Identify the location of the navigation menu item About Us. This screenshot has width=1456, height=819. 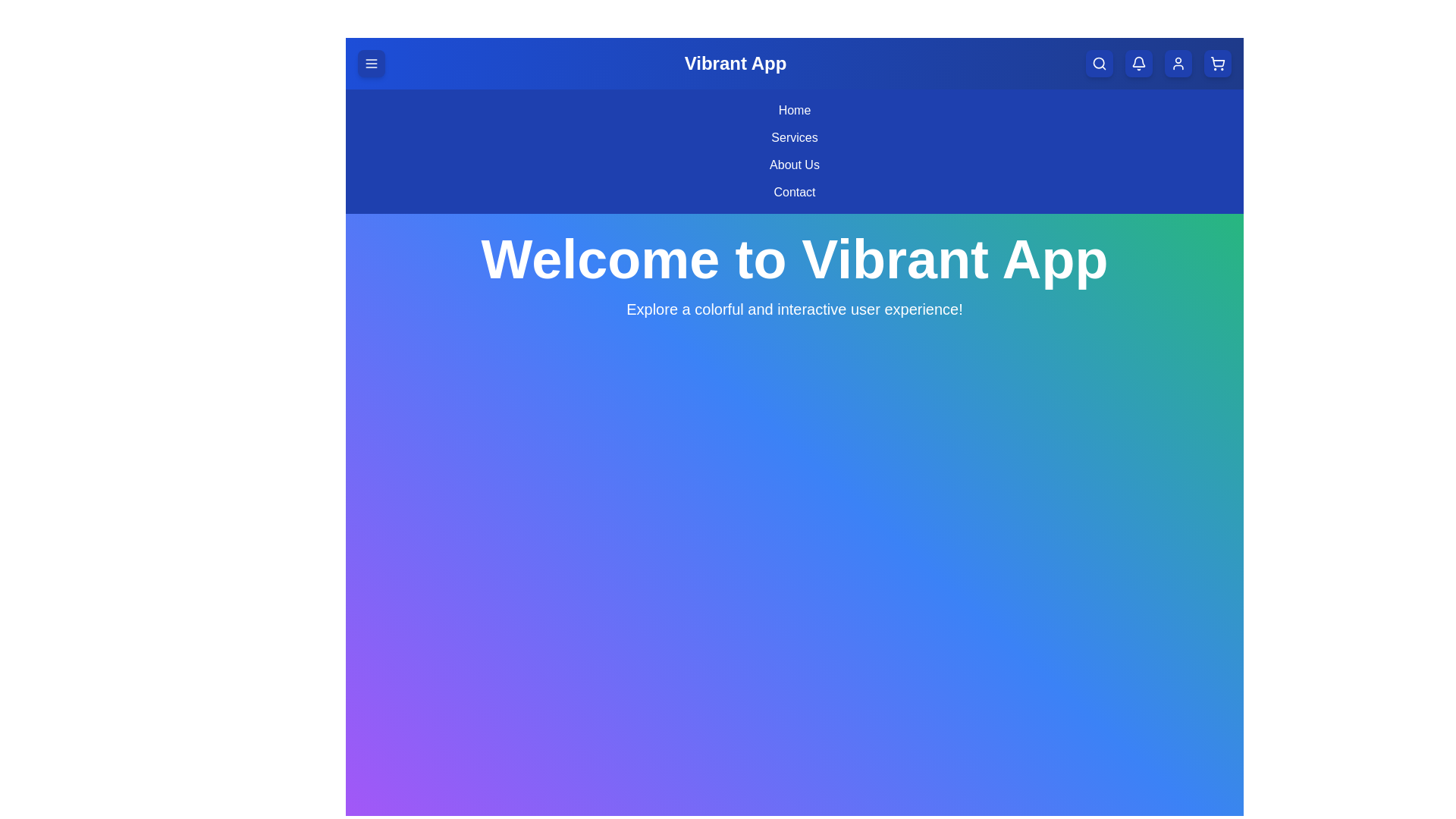
(793, 165).